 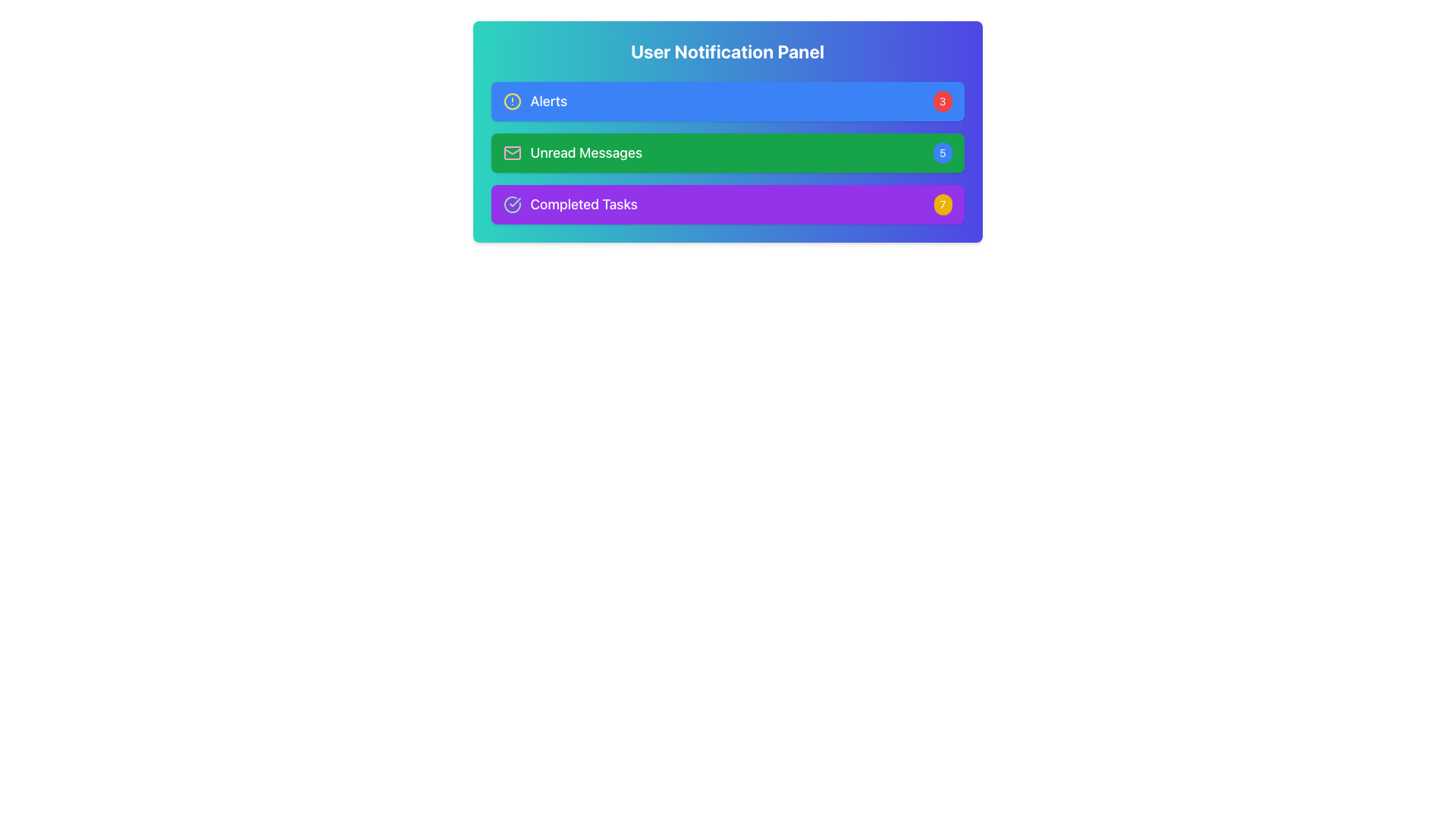 I want to click on the circular green checkmark icon in the 'Completed Tasks' section, located to the left of the 'Completed Tasks' text label, so click(x=512, y=205).